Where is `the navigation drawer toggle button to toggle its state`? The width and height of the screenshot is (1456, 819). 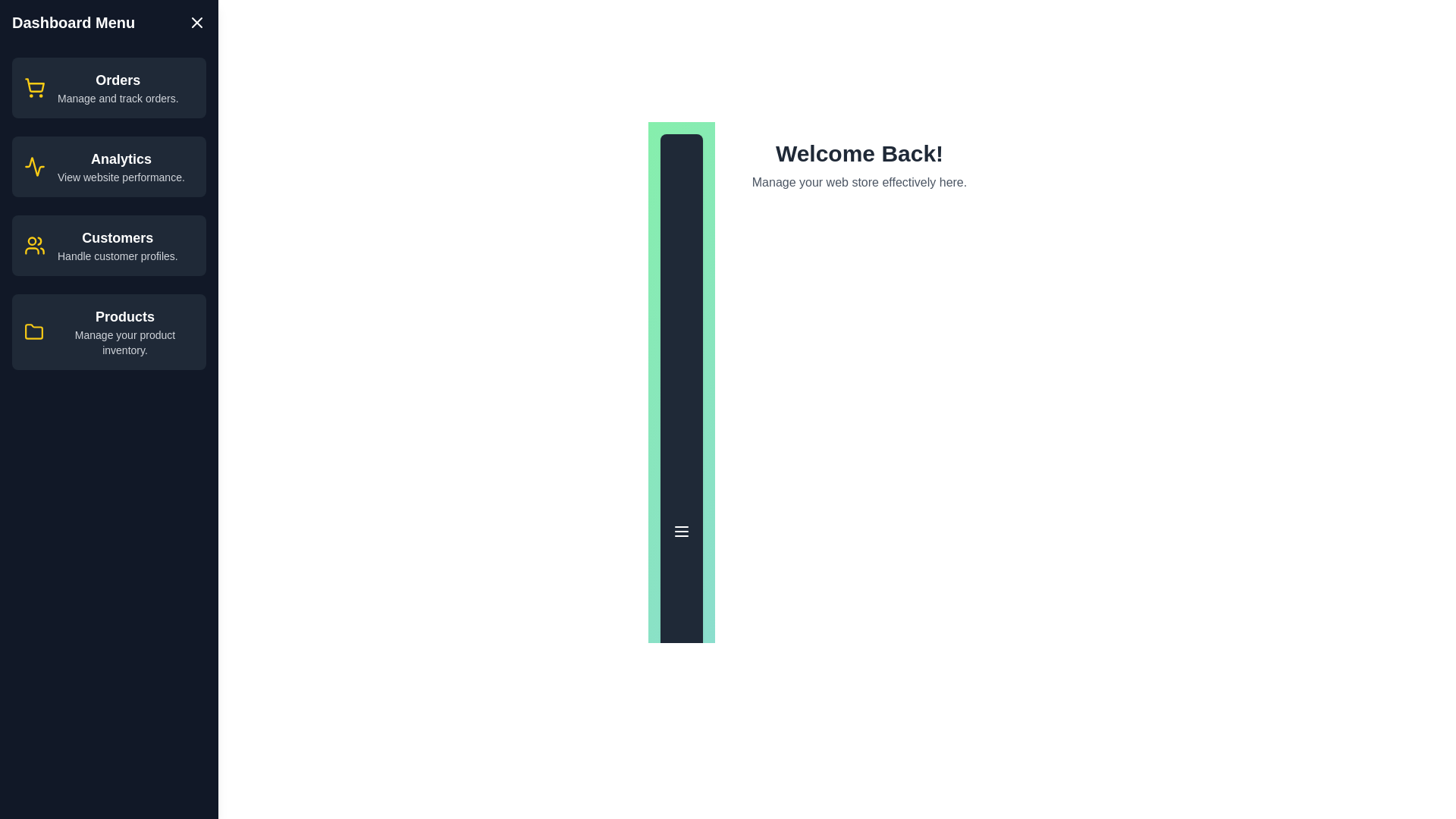 the navigation drawer toggle button to toggle its state is located at coordinates (680, 531).